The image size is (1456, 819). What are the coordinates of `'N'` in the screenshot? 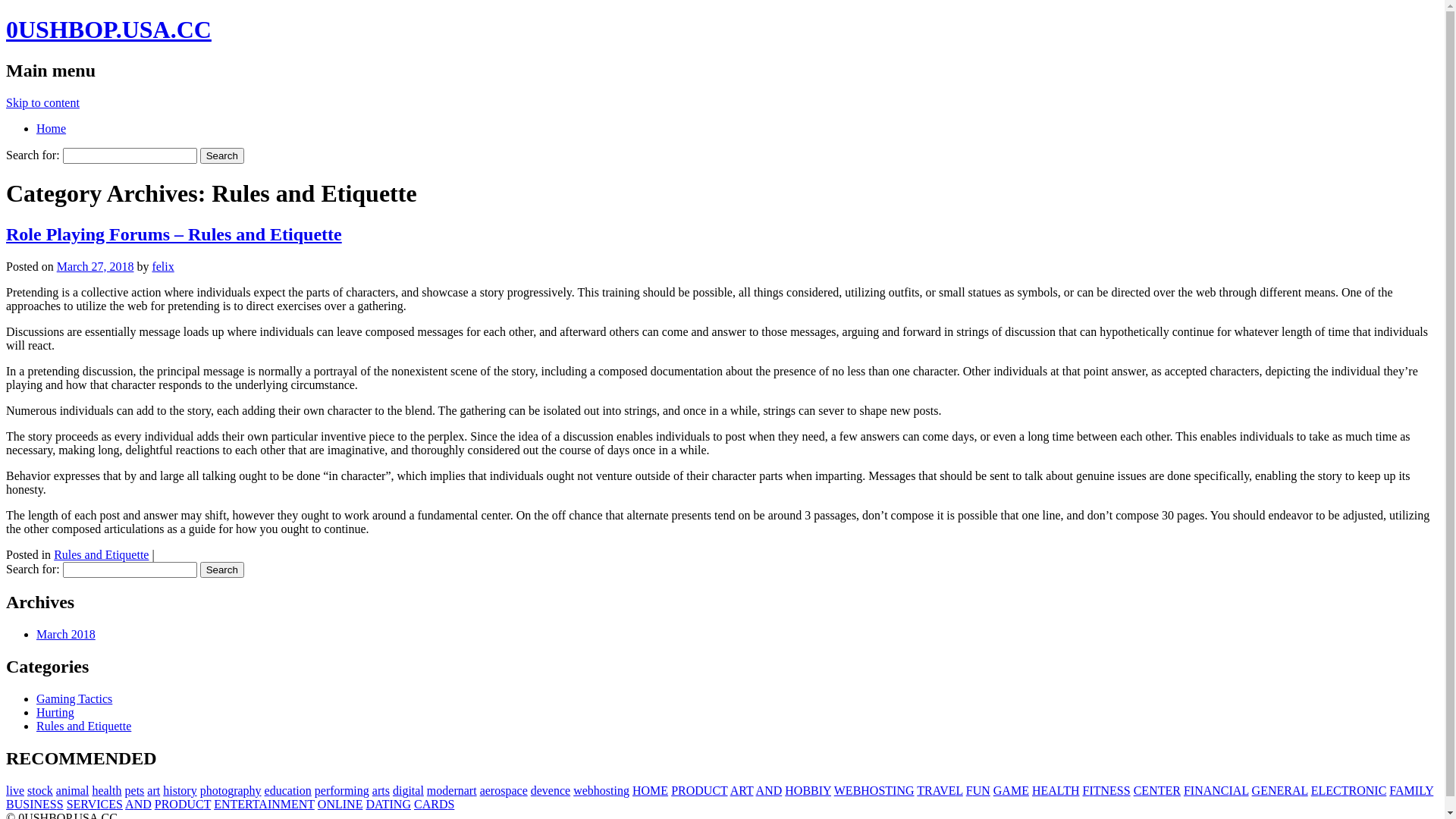 It's located at (900, 789).